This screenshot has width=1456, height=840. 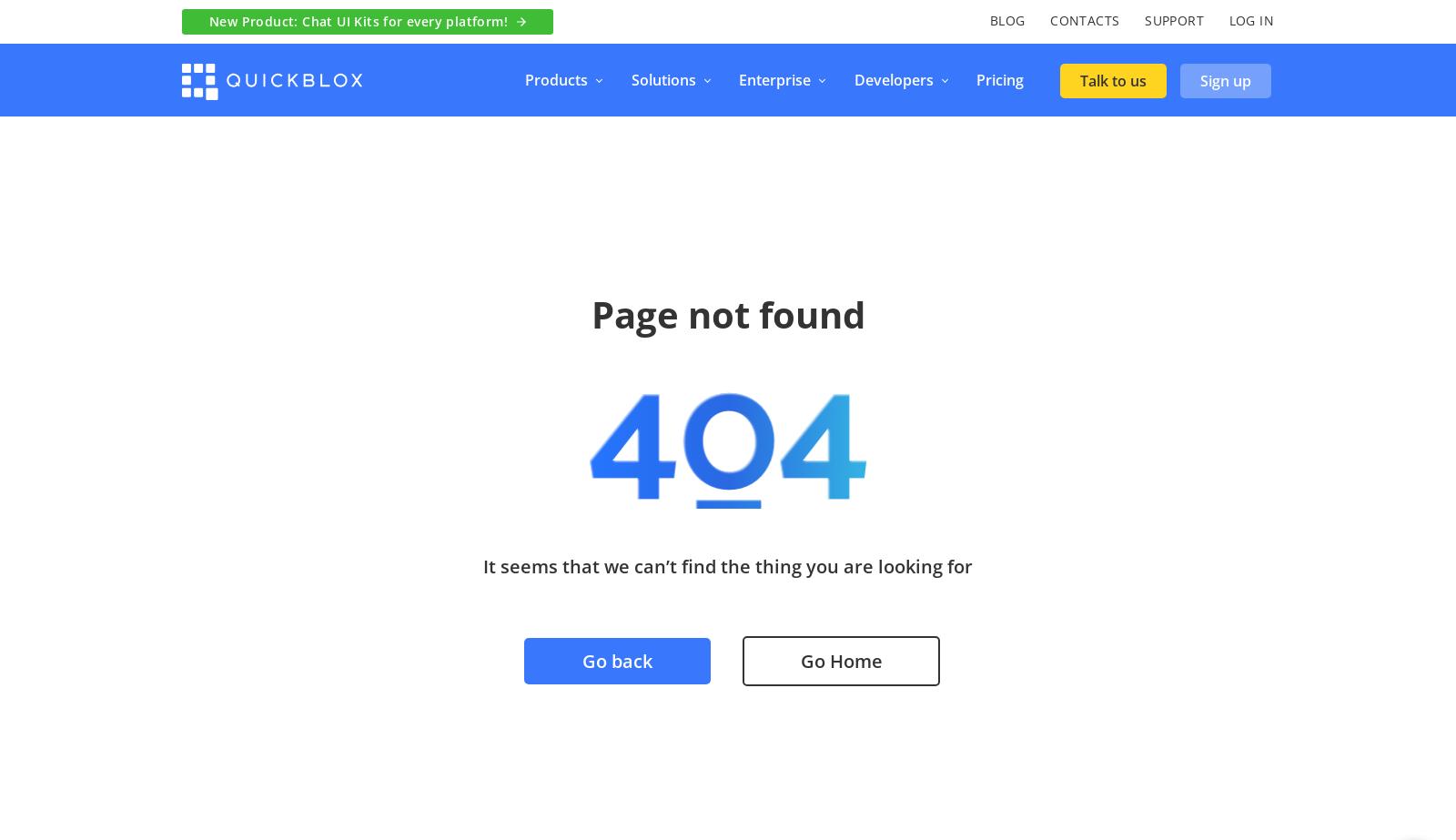 What do you see at coordinates (773, 79) in the screenshot?
I see `'Enterprise'` at bounding box center [773, 79].